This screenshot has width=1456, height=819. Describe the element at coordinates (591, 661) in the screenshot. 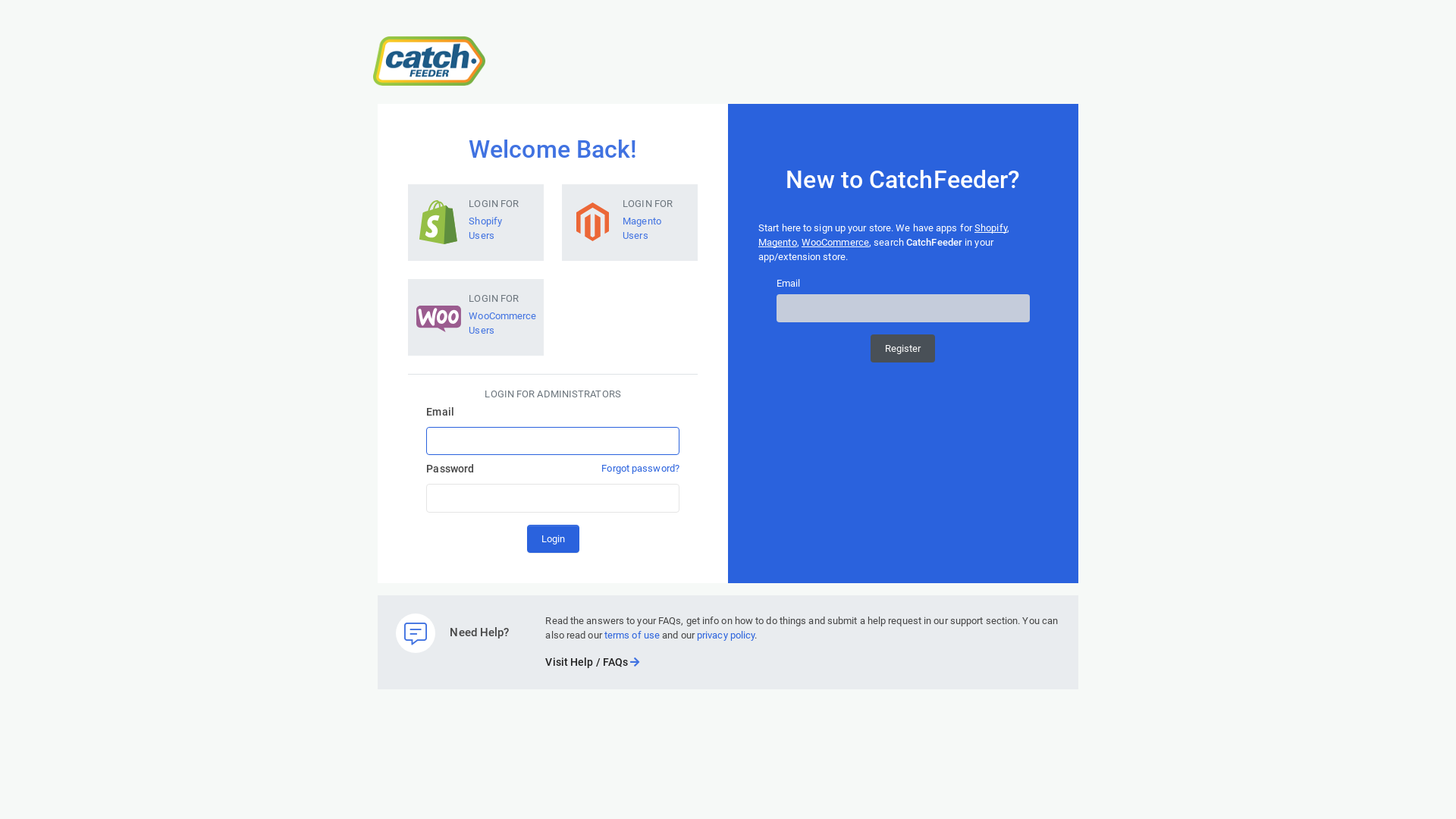

I see `'Visit Help / FAQs'` at that location.